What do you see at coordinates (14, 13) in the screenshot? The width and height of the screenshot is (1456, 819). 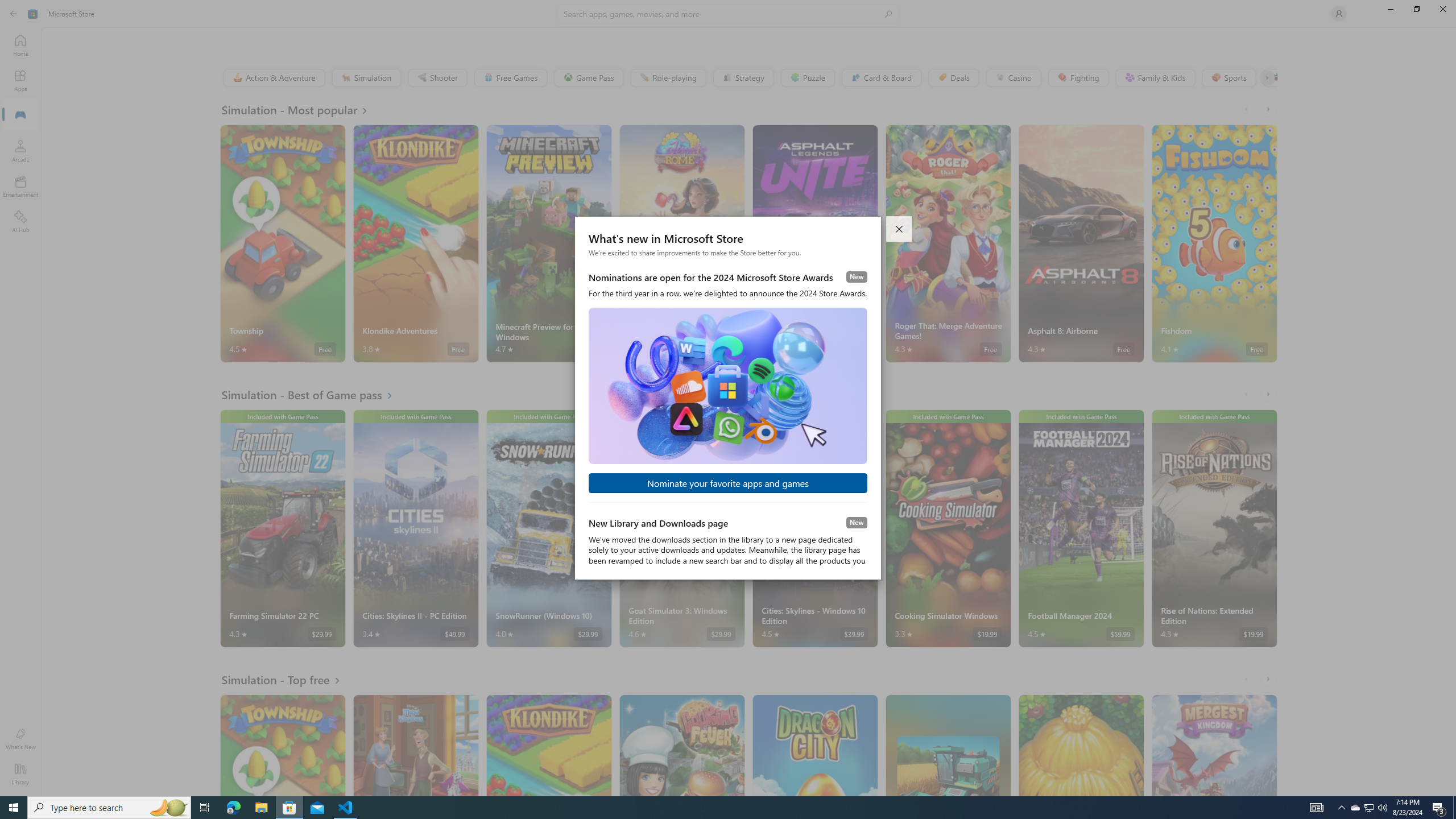 I see `'Back'` at bounding box center [14, 13].